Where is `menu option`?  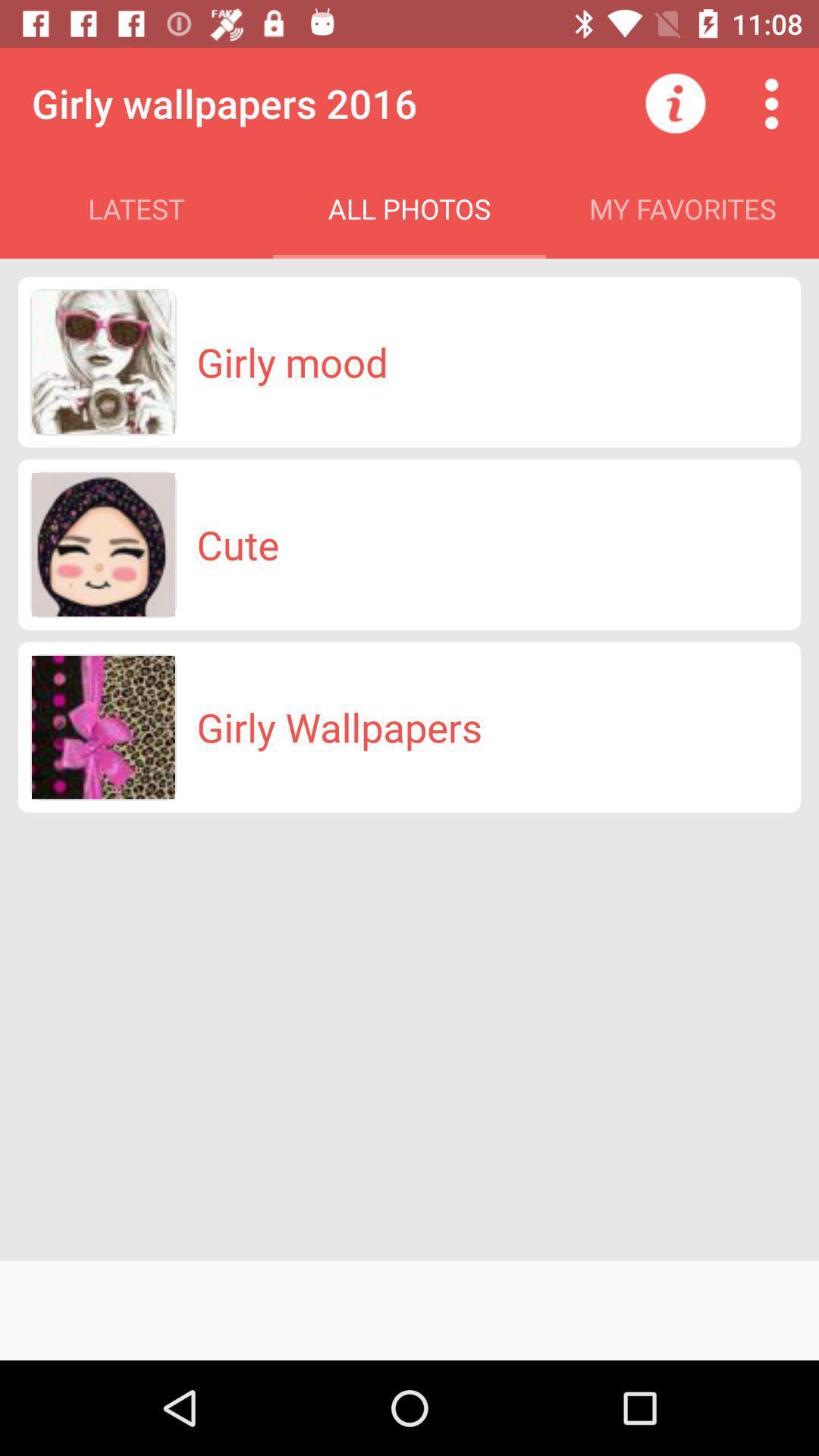 menu option is located at coordinates (771, 102).